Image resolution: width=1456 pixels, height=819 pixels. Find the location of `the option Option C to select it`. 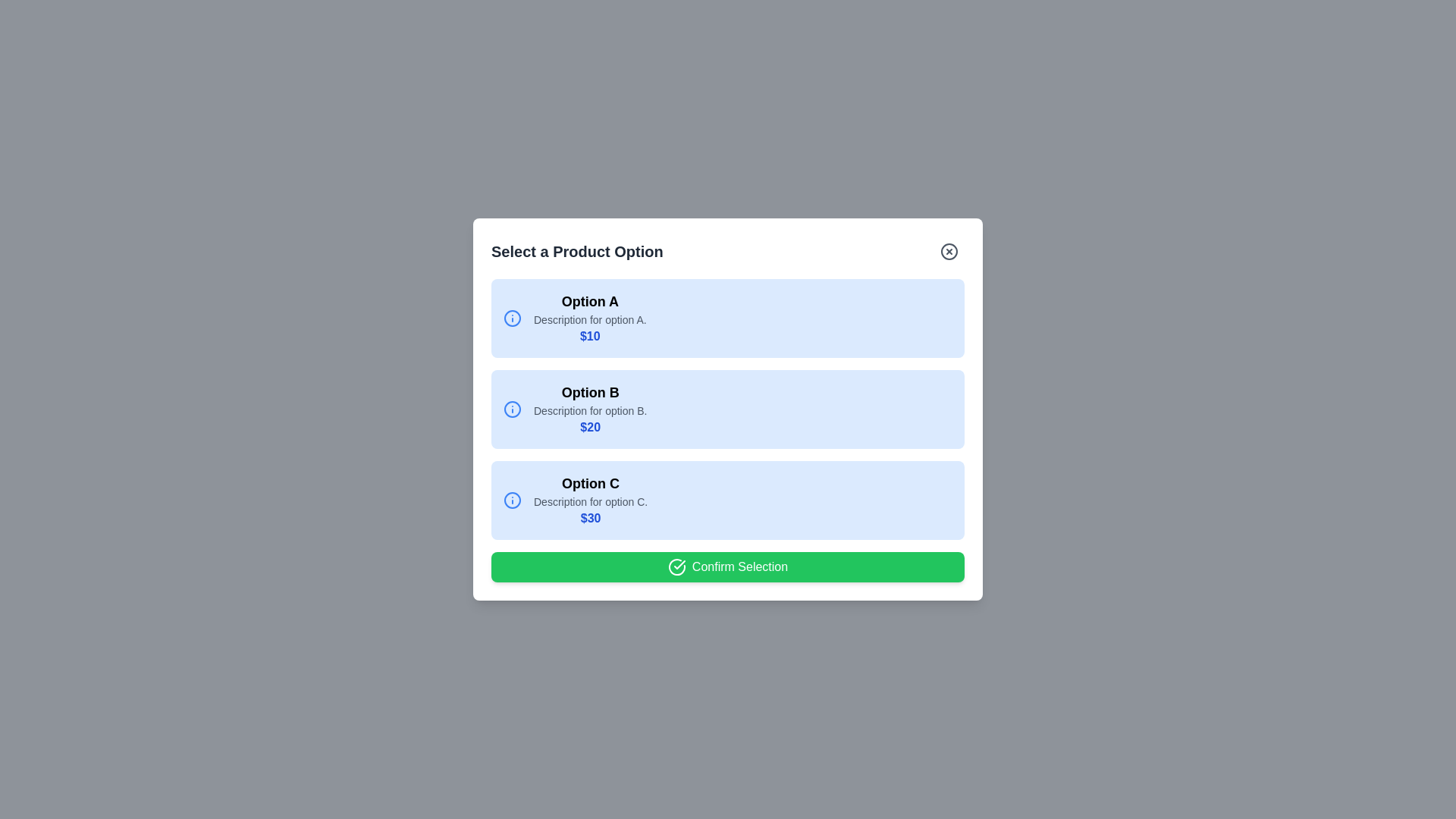

the option Option C to select it is located at coordinates (728, 500).